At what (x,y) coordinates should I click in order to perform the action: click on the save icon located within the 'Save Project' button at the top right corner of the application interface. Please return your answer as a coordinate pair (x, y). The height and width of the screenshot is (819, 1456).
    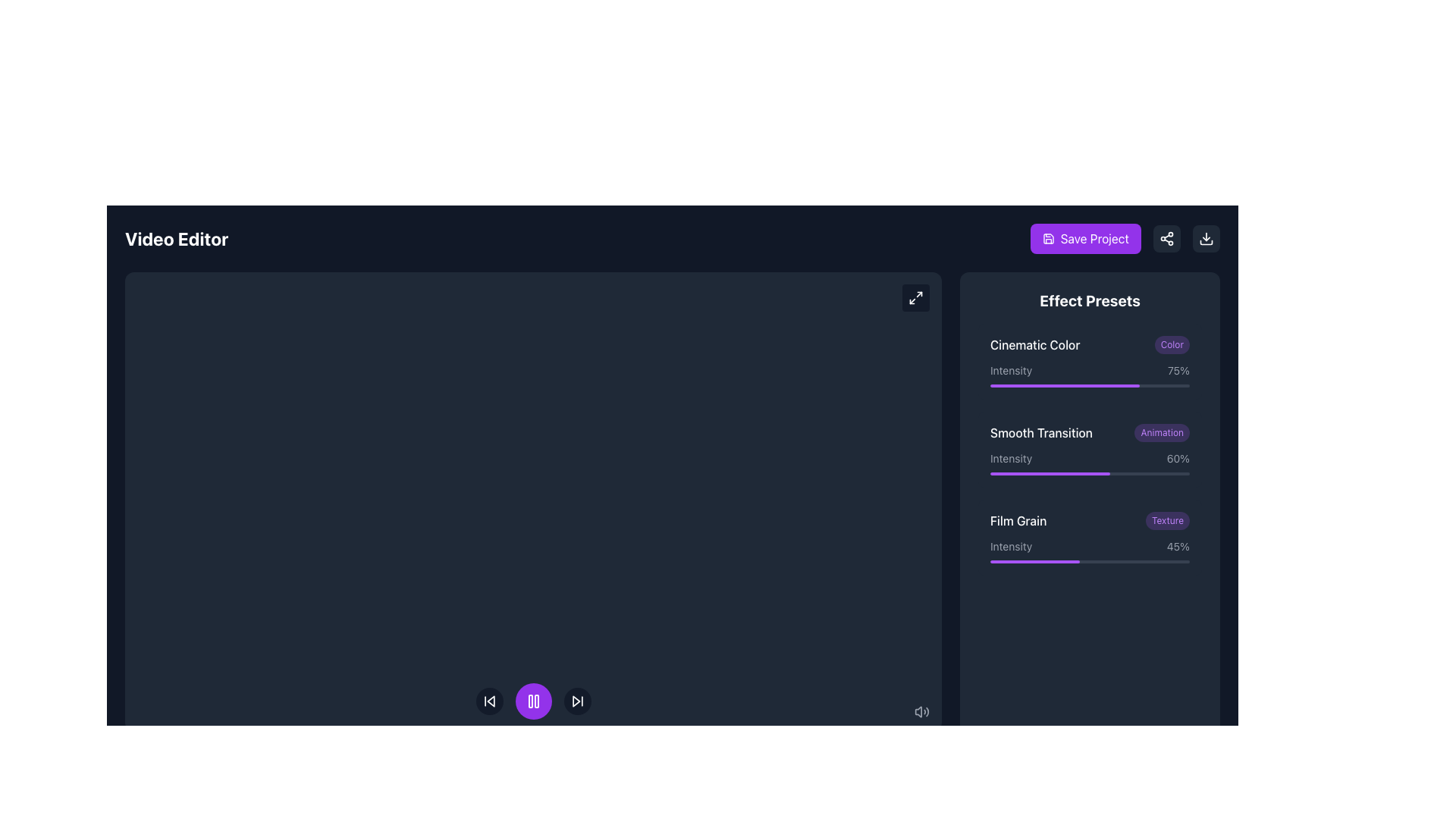
    Looking at the image, I should click on (1047, 239).